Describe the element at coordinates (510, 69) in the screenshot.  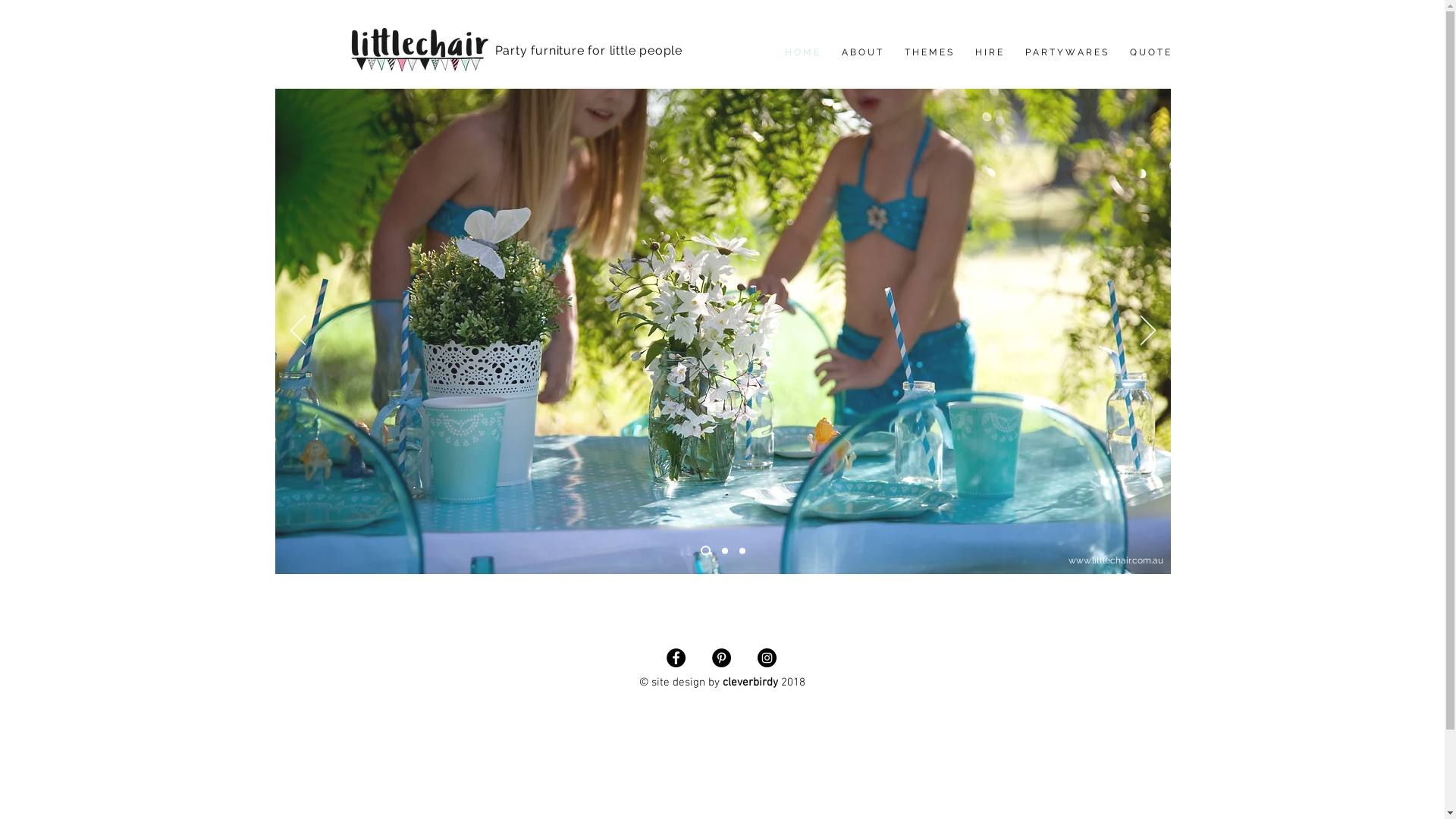
I see `'Ivanhoe'` at that location.